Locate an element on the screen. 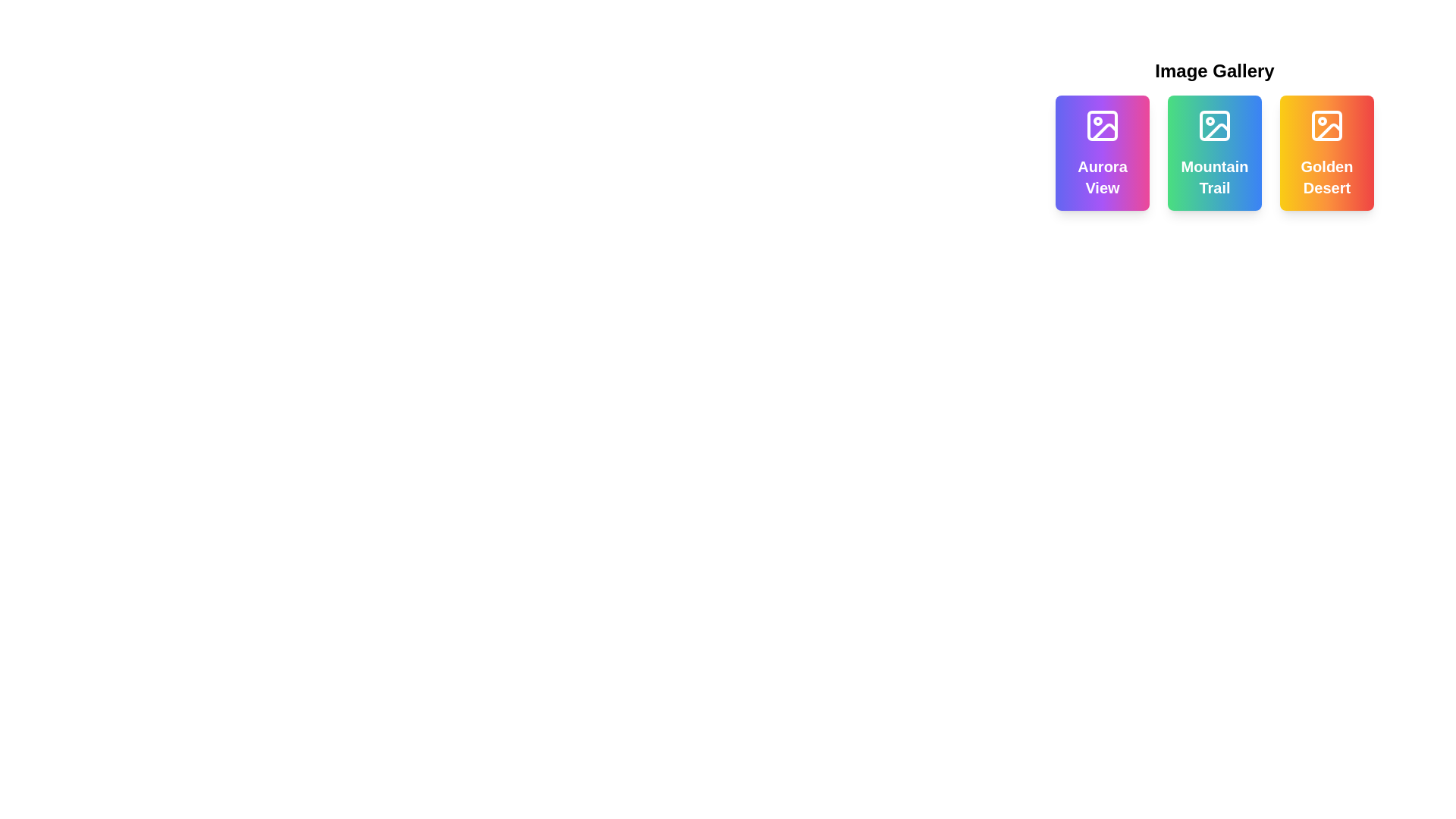 This screenshot has width=1456, height=819. the decorative graphical element located centrally within the 'Mountain Trail' card in the image gallery is located at coordinates (1215, 124).